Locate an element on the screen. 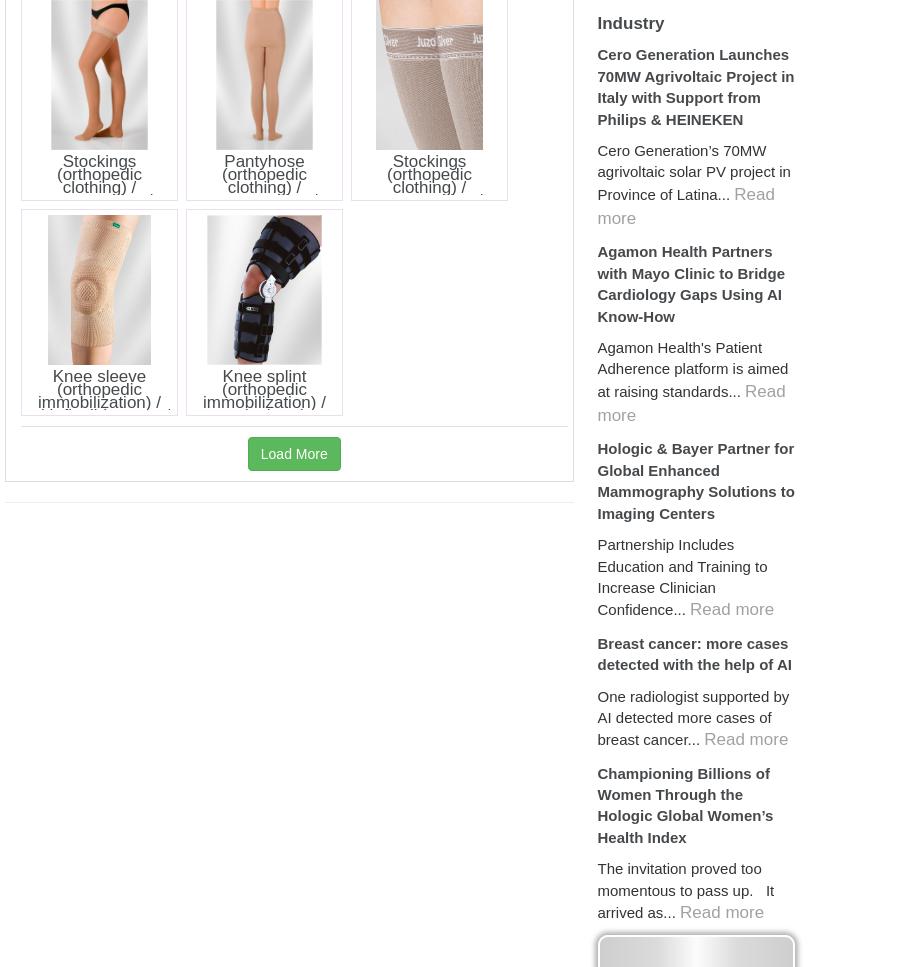 Image resolution: width=898 pixels, height=967 pixels. 'Breast cancer: more cases detected with the help of AI' is located at coordinates (693, 652).